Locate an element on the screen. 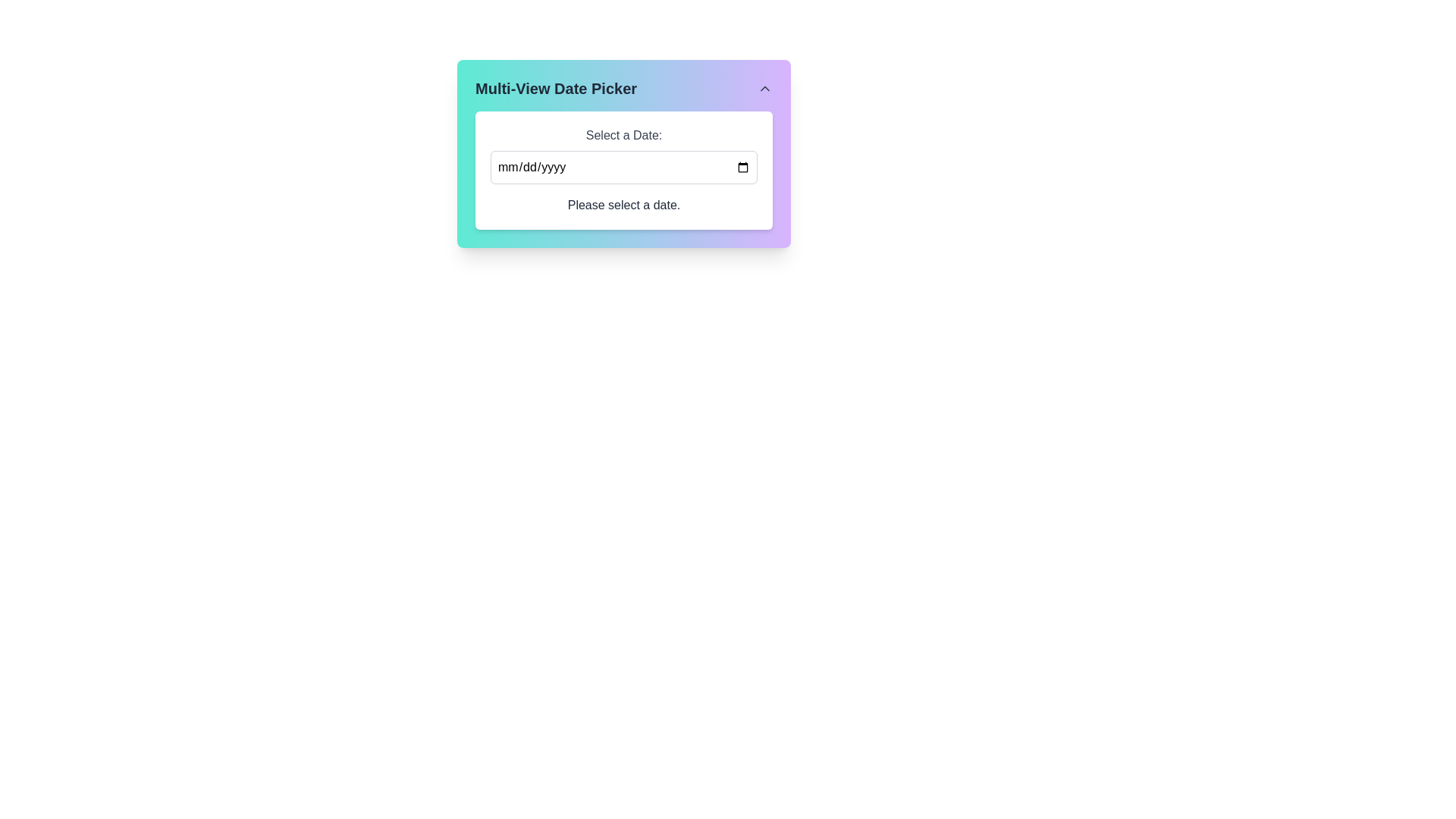  the Text label that instructs the user to select a date, located below the 'Select a Date:' label and the date input field is located at coordinates (623, 205).